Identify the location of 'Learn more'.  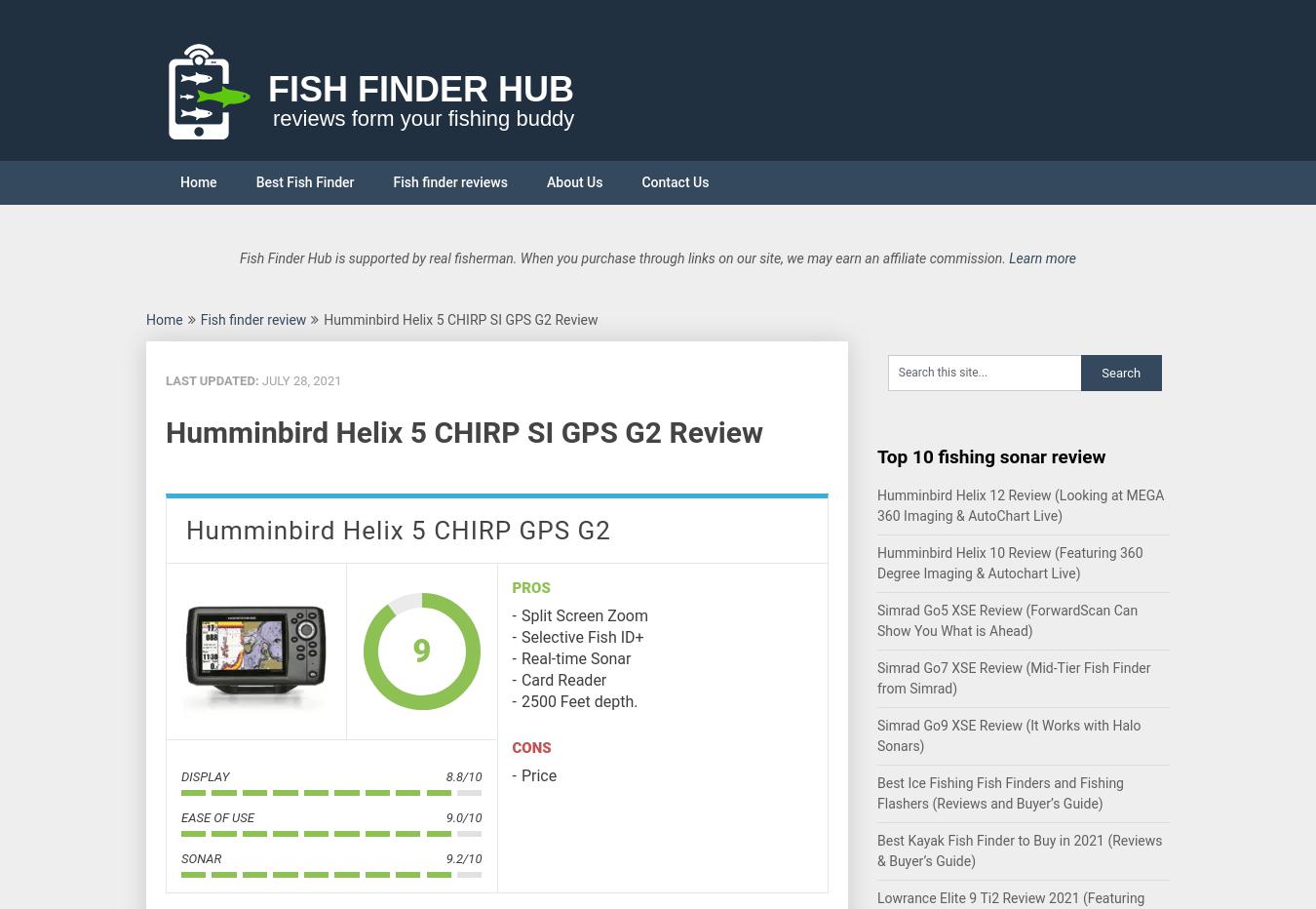
(1042, 257).